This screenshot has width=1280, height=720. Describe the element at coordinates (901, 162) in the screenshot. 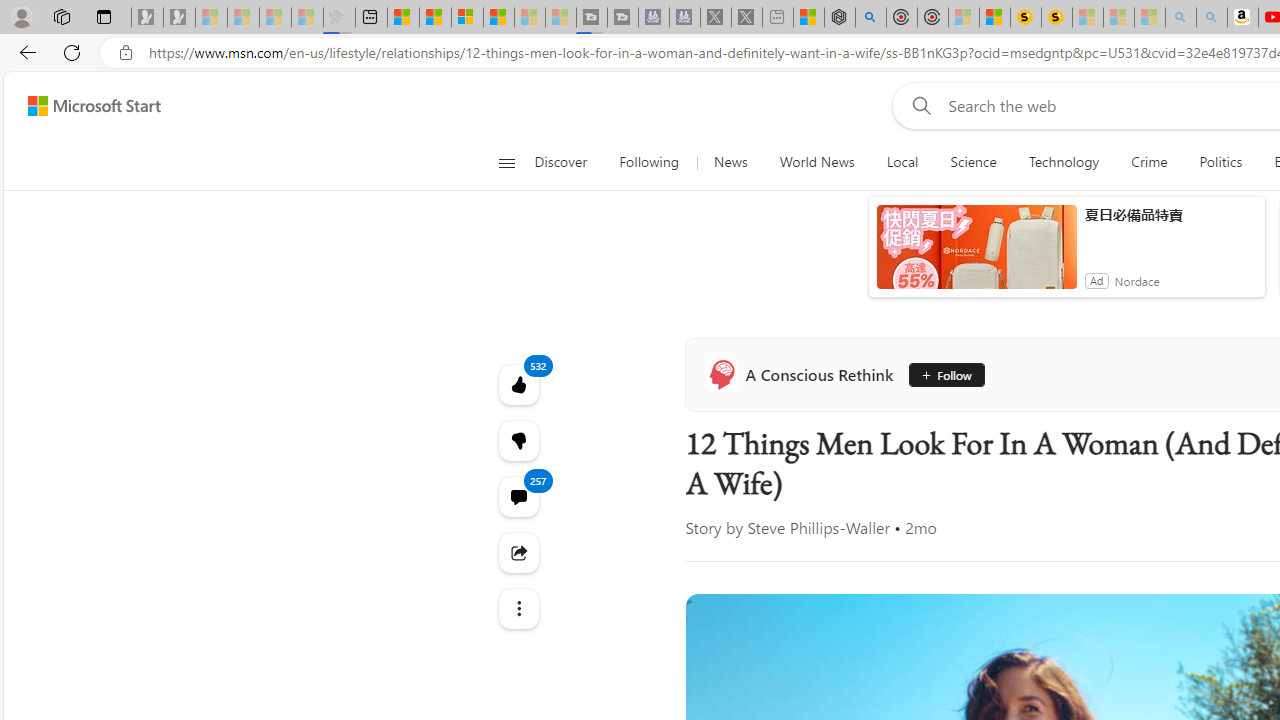

I see `'Local'` at that location.